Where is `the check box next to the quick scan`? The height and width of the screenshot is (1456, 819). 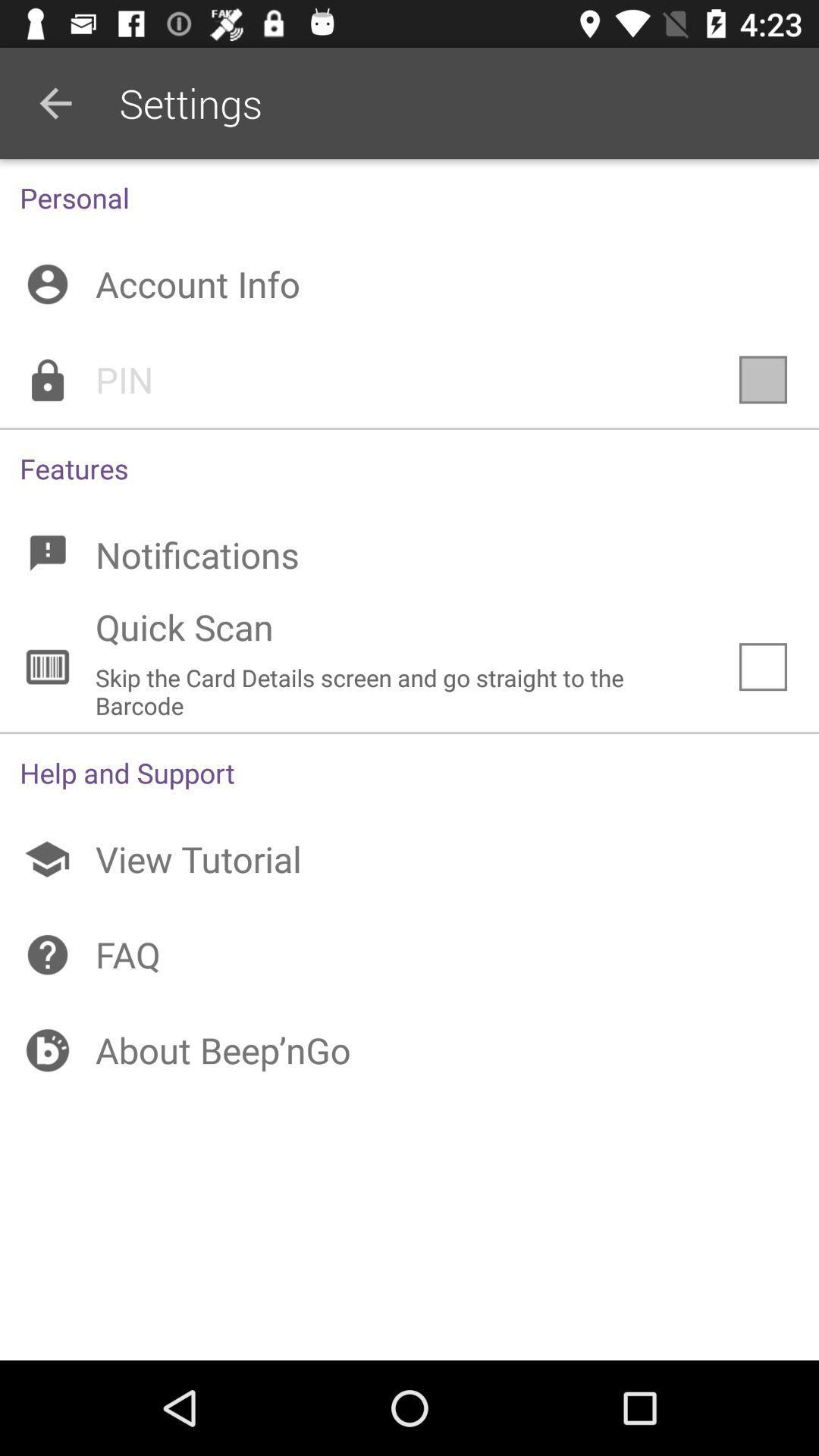
the check box next to the quick scan is located at coordinates (763, 667).